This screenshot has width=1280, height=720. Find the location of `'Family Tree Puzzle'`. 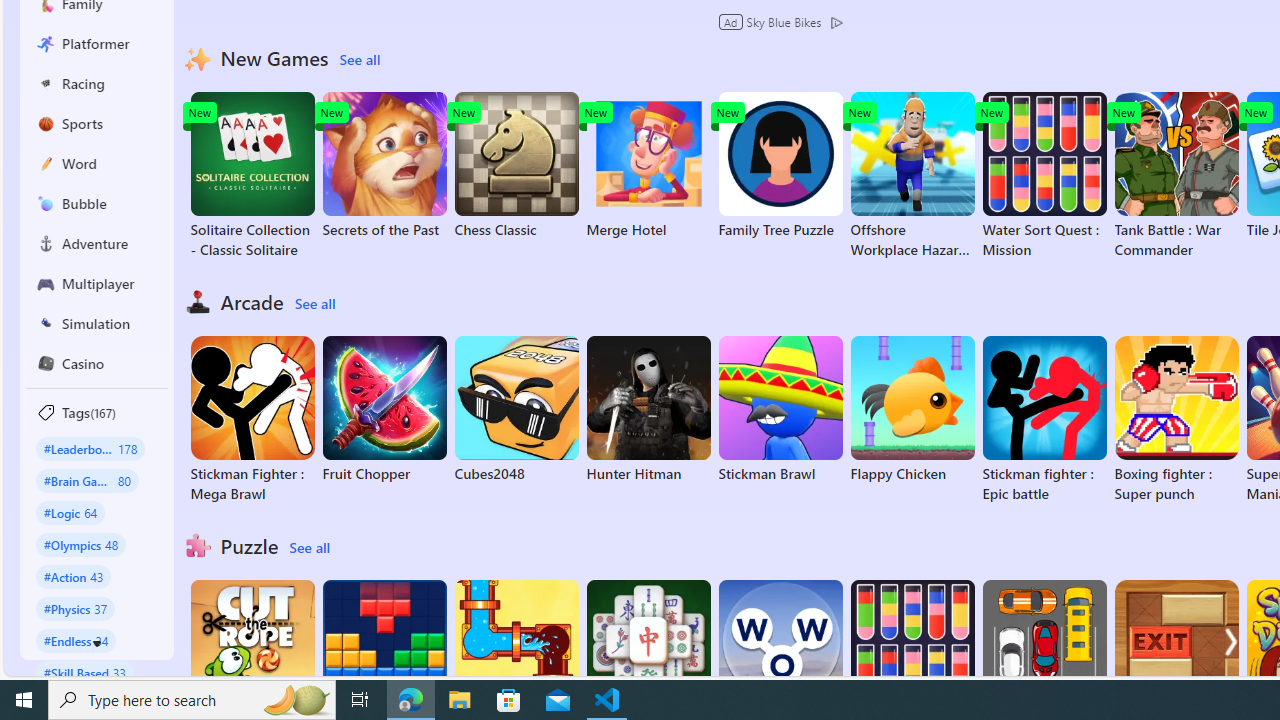

'Family Tree Puzzle' is located at coordinates (779, 164).